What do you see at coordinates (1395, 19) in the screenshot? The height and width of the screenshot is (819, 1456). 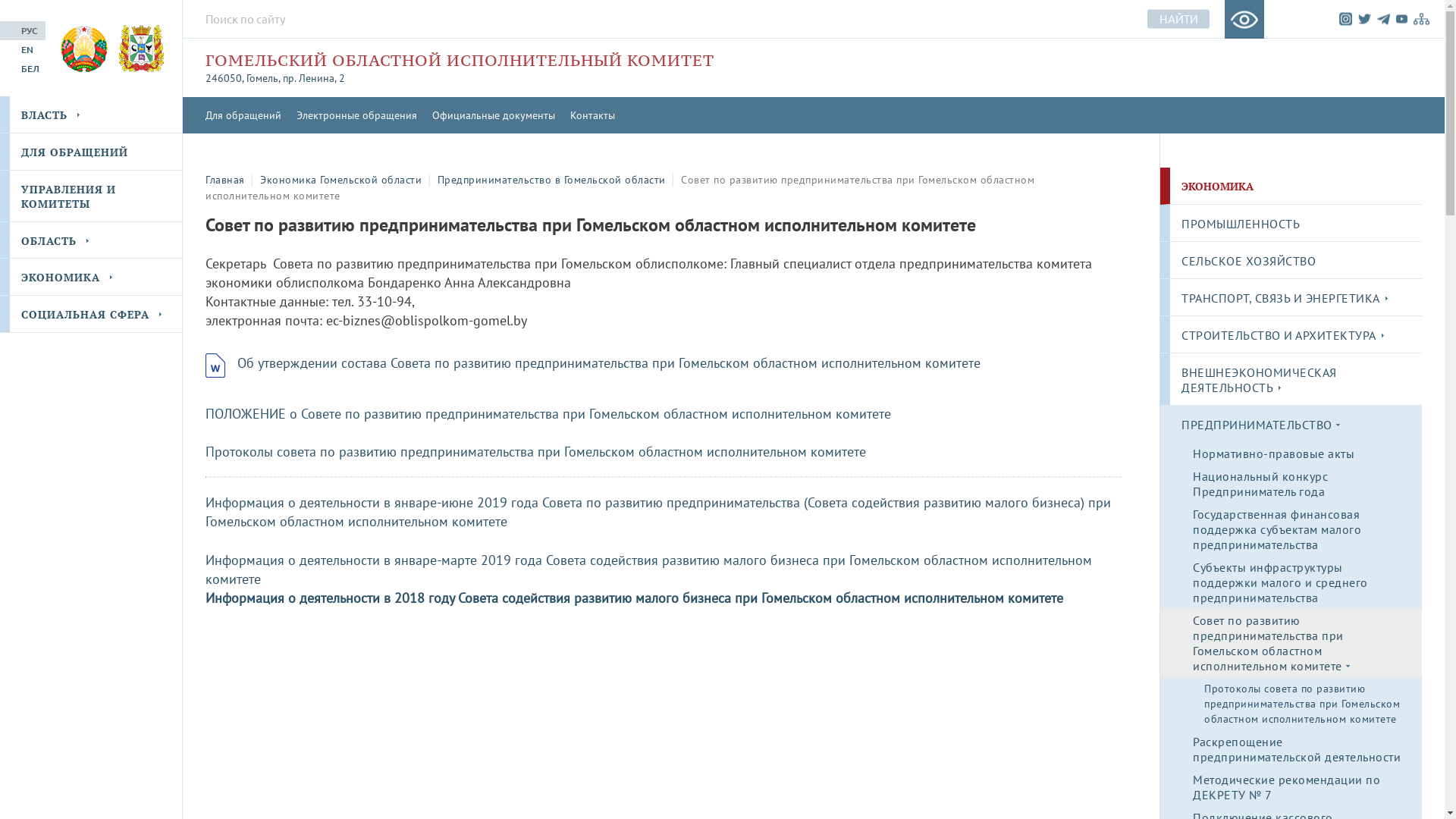 I see `'YouTube'` at bounding box center [1395, 19].